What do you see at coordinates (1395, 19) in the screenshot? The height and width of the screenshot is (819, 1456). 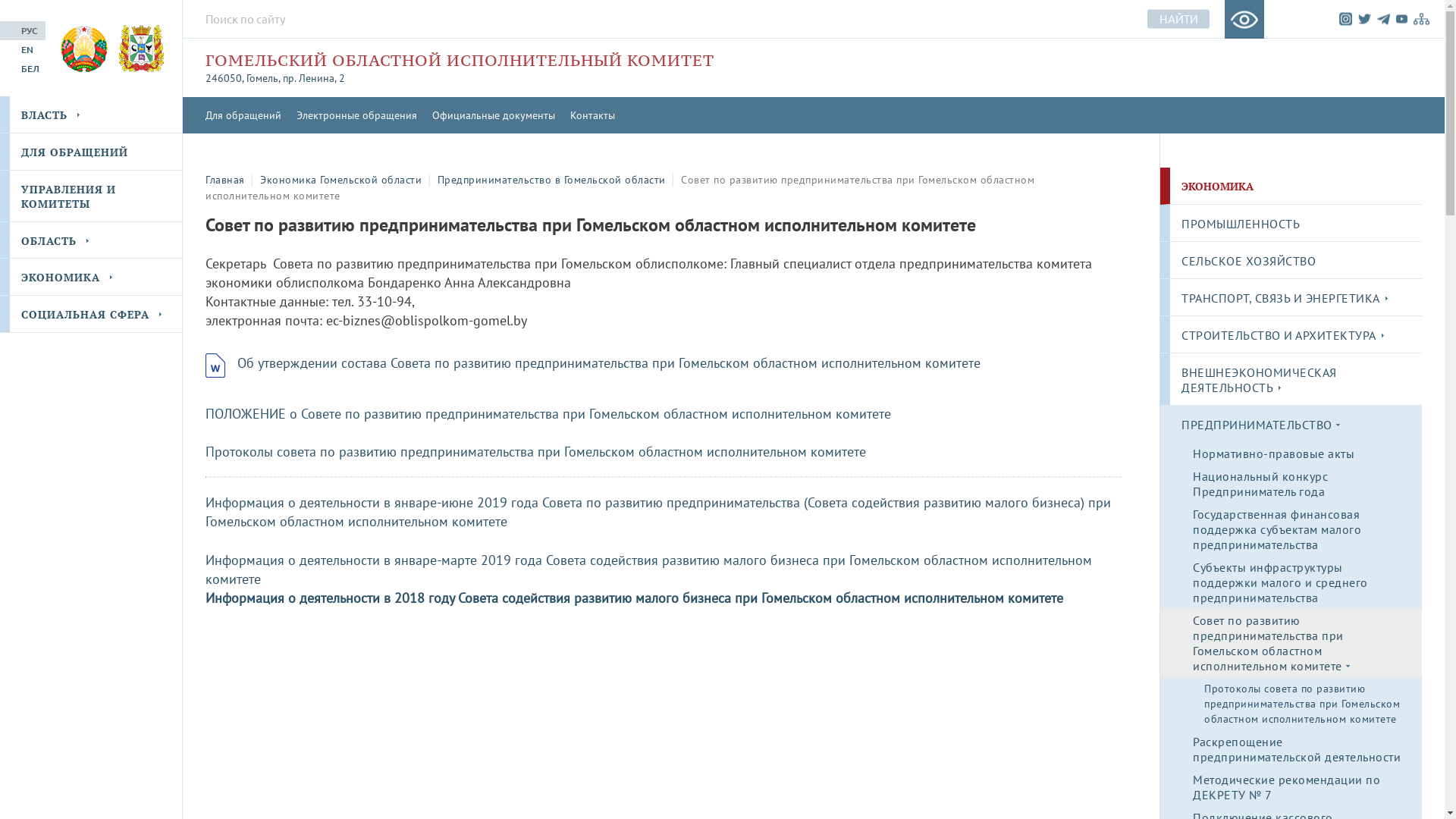 I see `'YouTube'` at bounding box center [1395, 19].